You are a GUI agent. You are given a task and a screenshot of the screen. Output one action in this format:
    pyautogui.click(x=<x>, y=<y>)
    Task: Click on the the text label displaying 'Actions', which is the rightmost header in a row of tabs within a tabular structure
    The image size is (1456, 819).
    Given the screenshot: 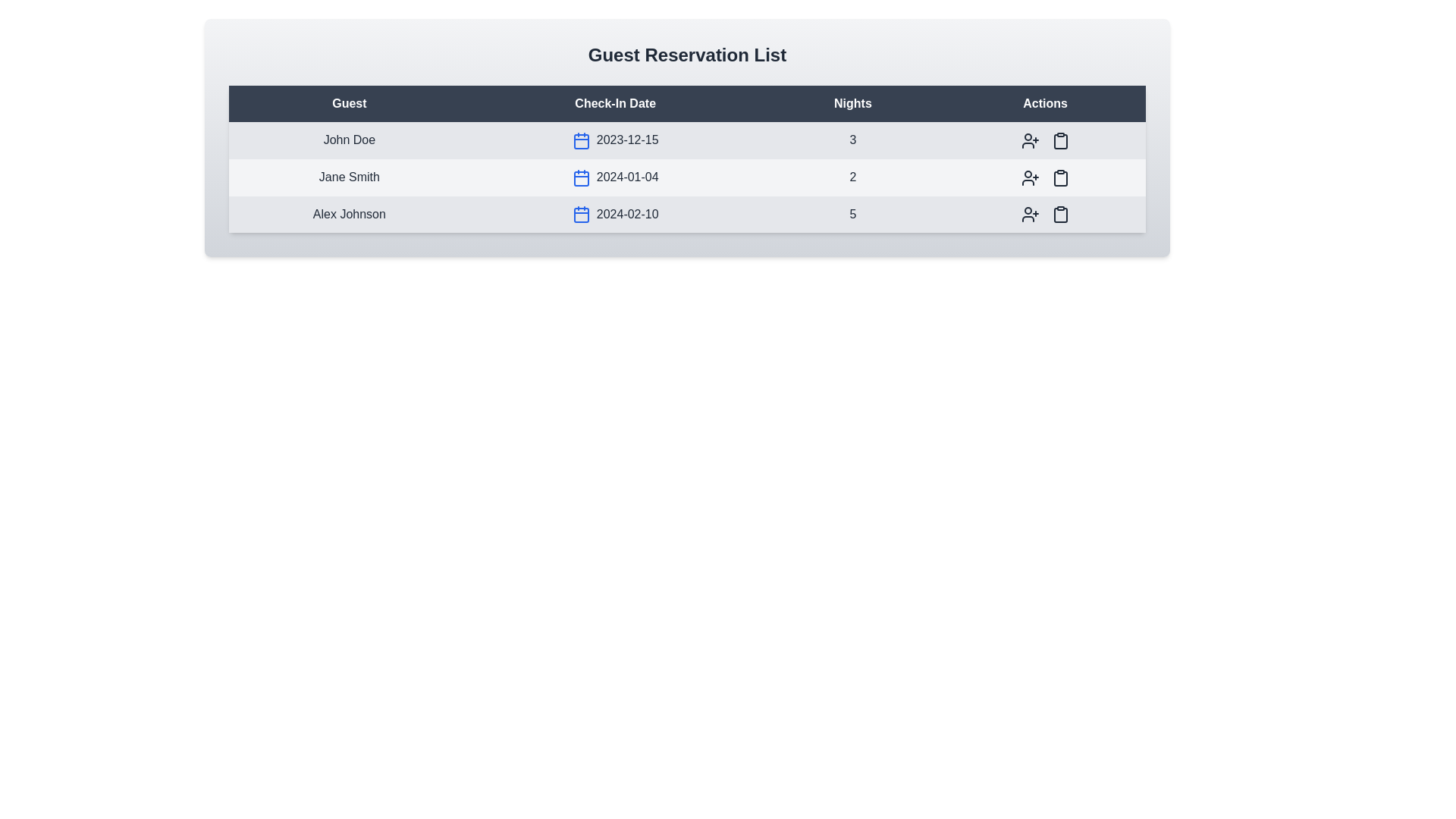 What is the action you would take?
    pyautogui.click(x=1044, y=103)
    